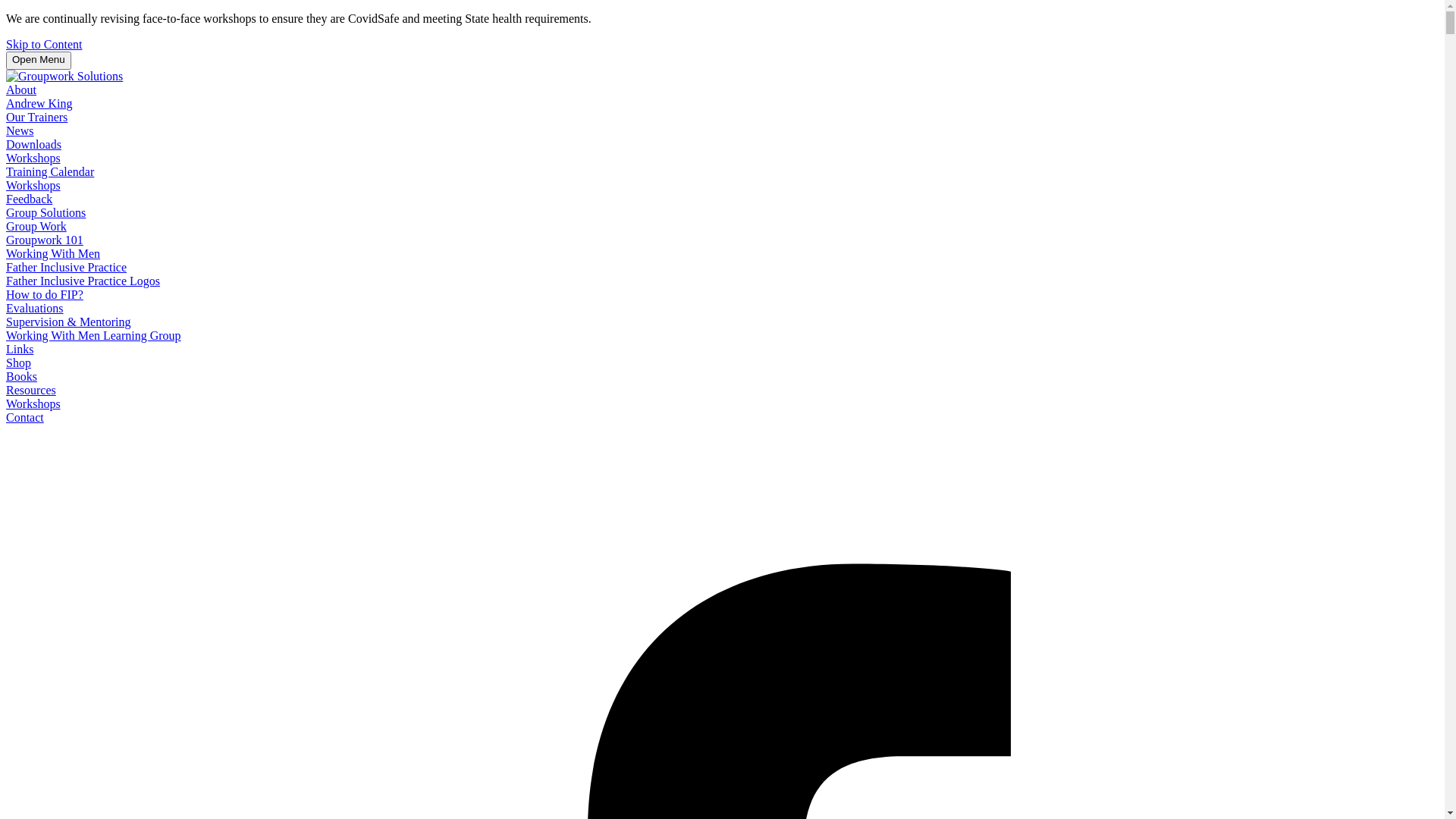  I want to click on 'Feedback', so click(29, 198).